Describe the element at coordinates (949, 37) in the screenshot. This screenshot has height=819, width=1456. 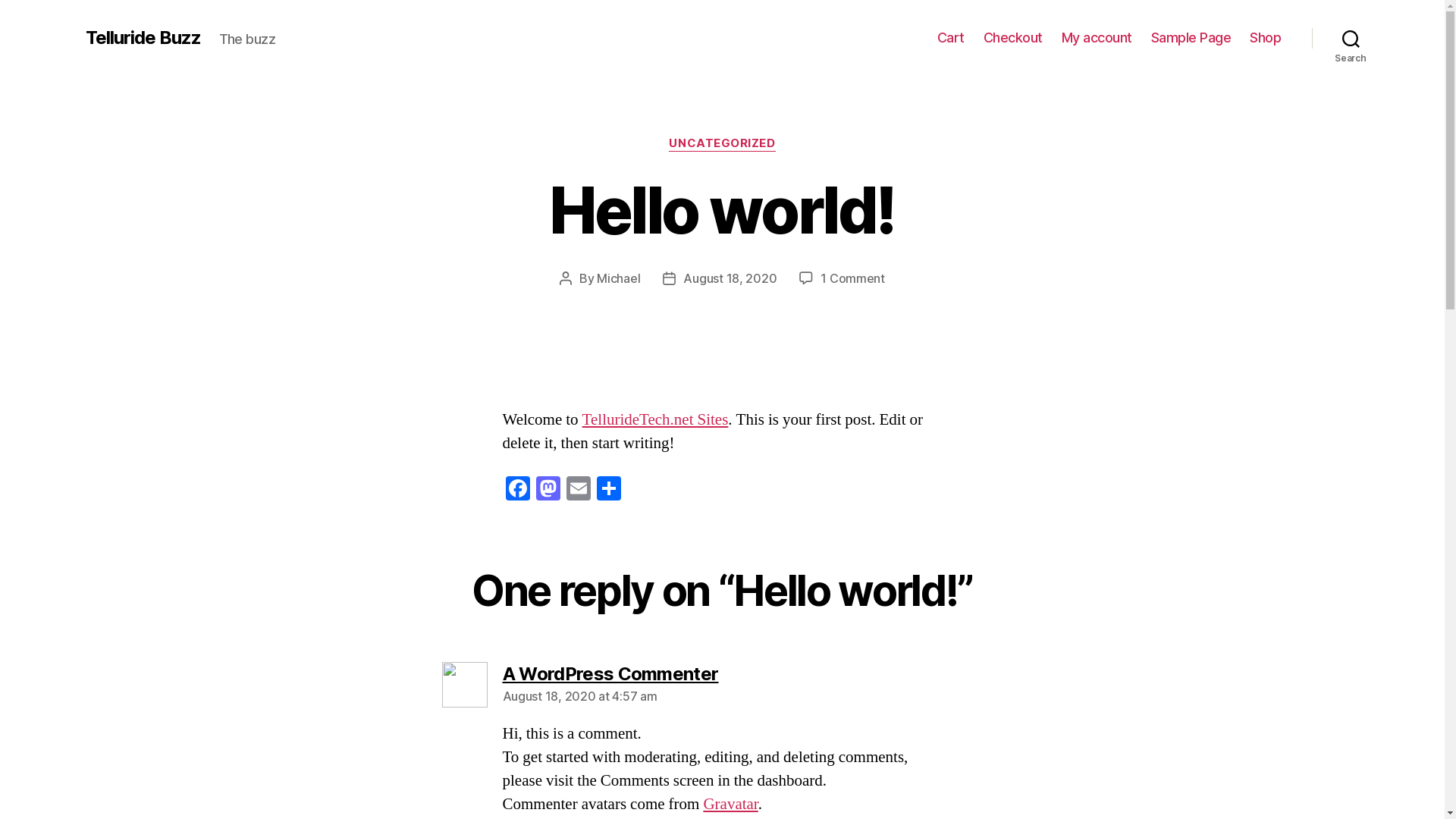
I see `'Cart'` at that location.